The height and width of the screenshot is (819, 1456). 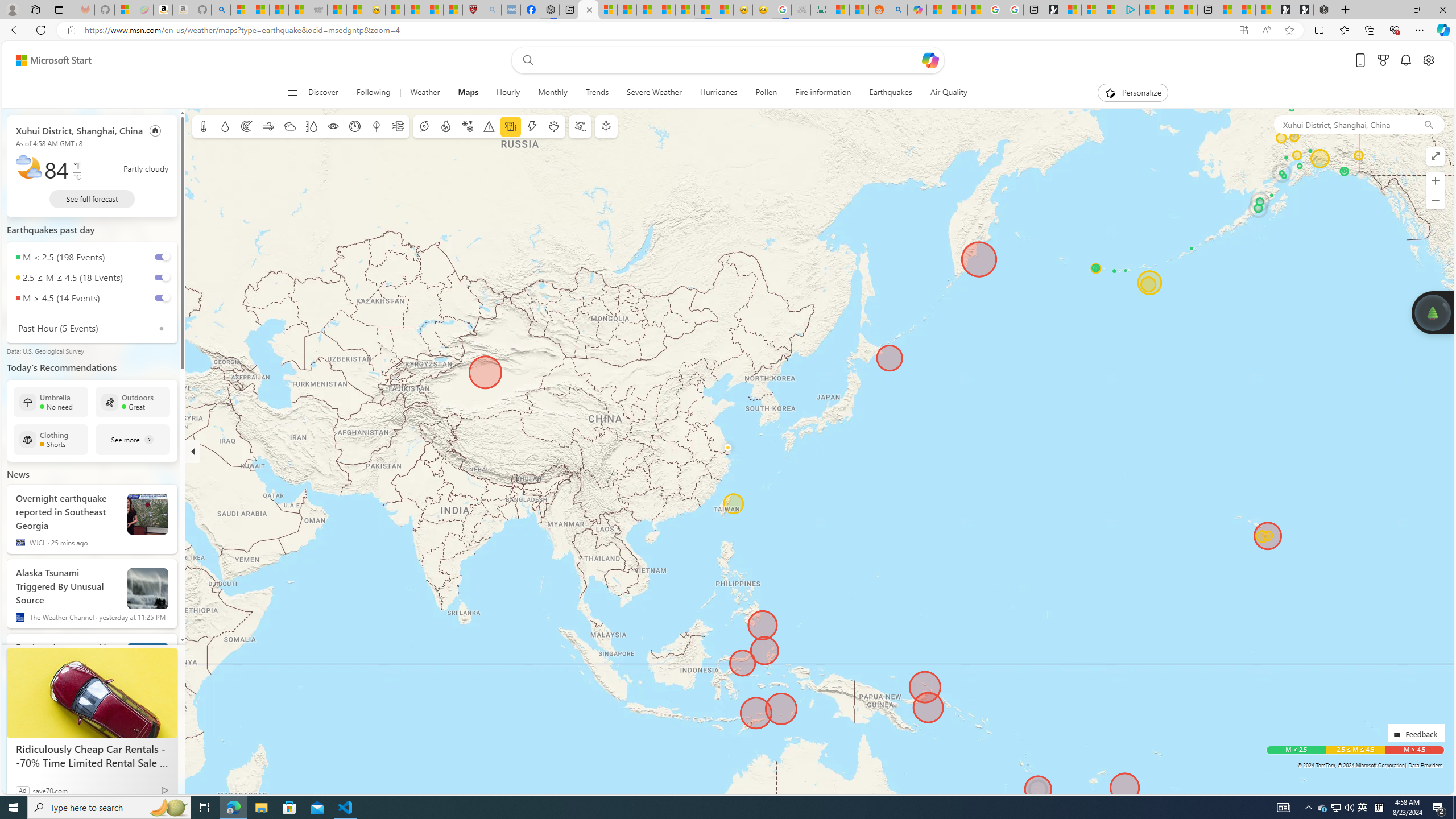 What do you see at coordinates (526, 60) in the screenshot?
I see `'Web search'` at bounding box center [526, 60].